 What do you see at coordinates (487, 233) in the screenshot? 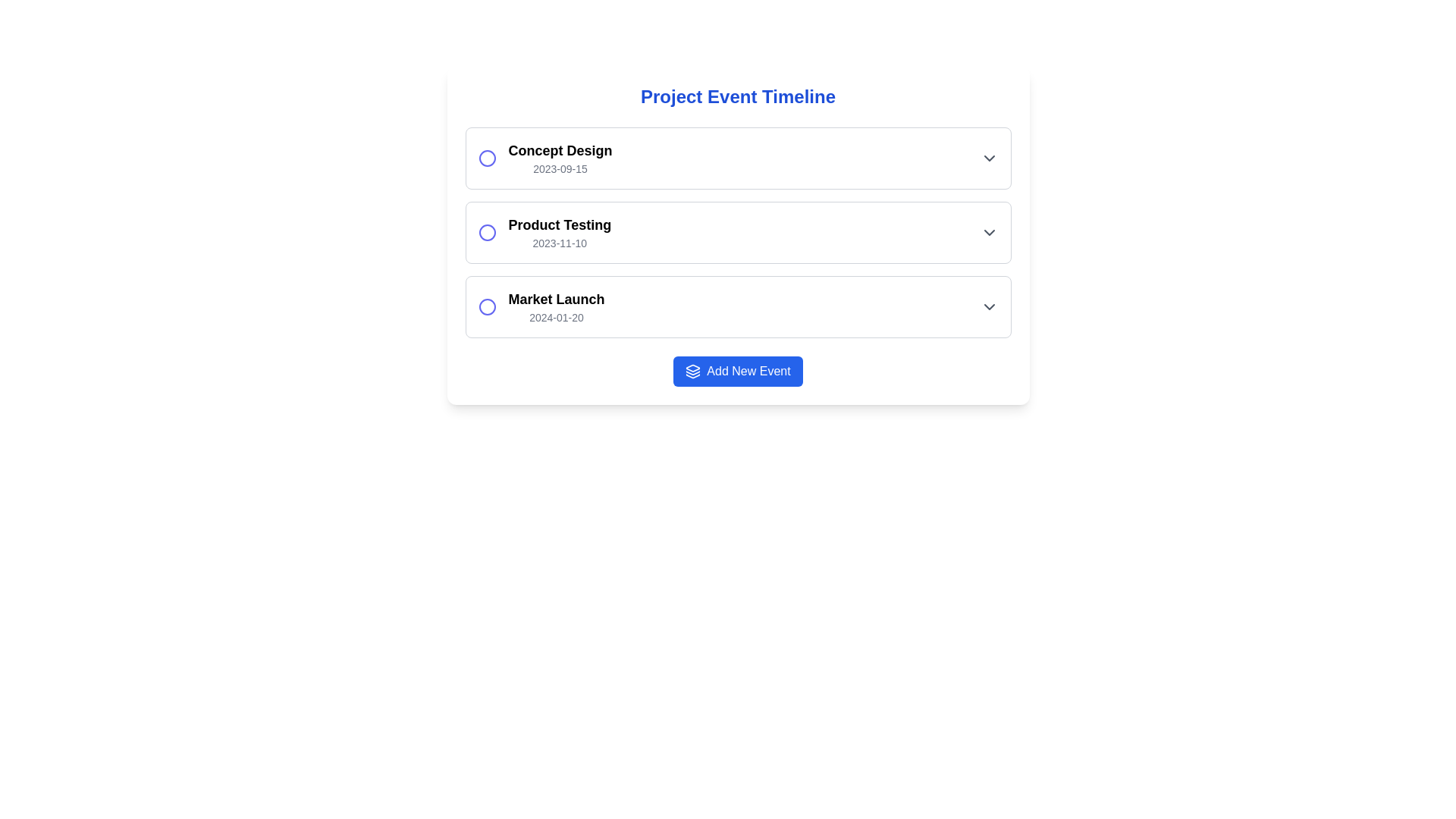
I see `the interactive radio button for selecting the event titled 'Product Testing', located in the second row of the event list` at bounding box center [487, 233].